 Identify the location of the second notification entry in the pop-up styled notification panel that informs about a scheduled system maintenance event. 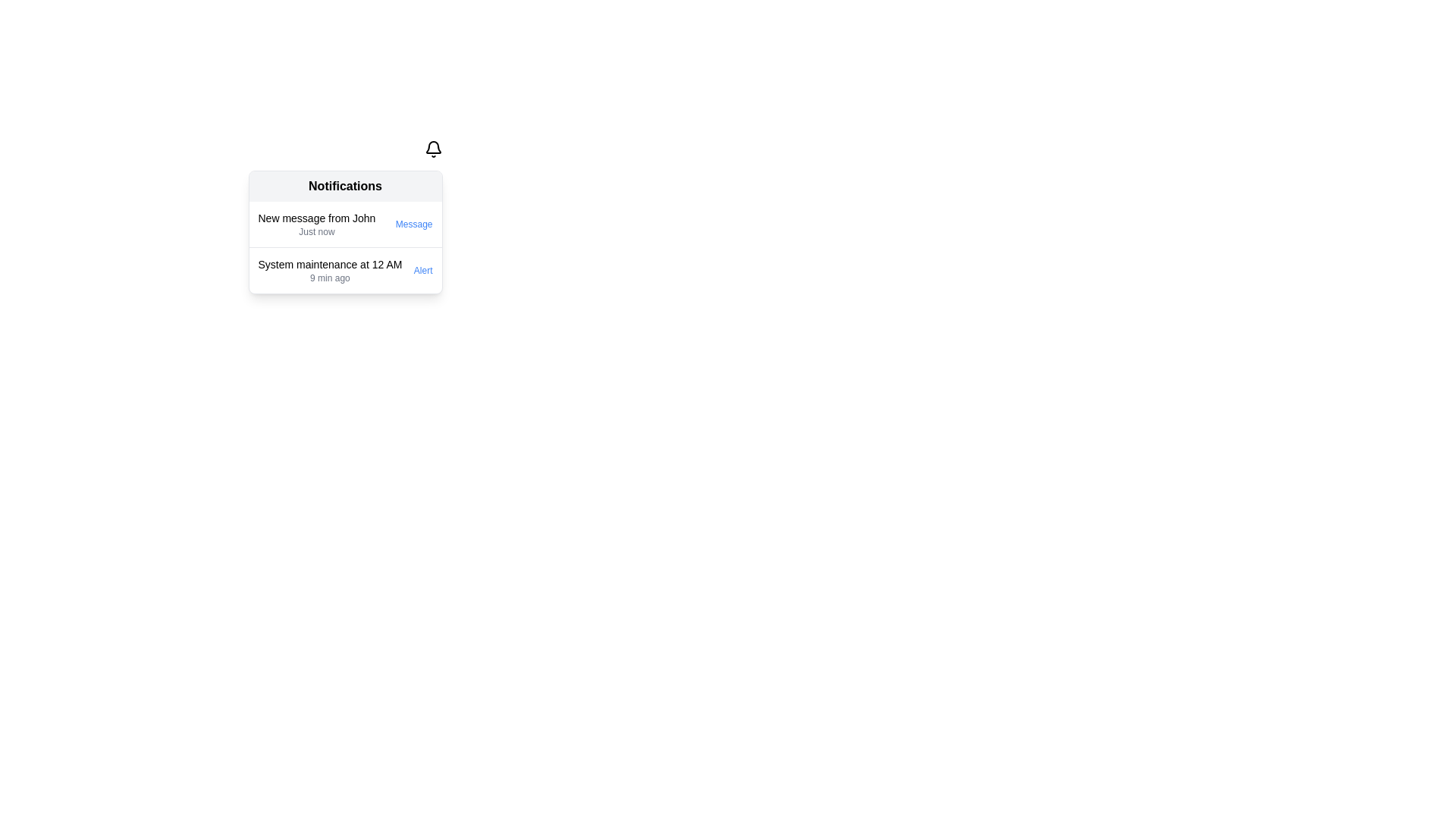
(329, 270).